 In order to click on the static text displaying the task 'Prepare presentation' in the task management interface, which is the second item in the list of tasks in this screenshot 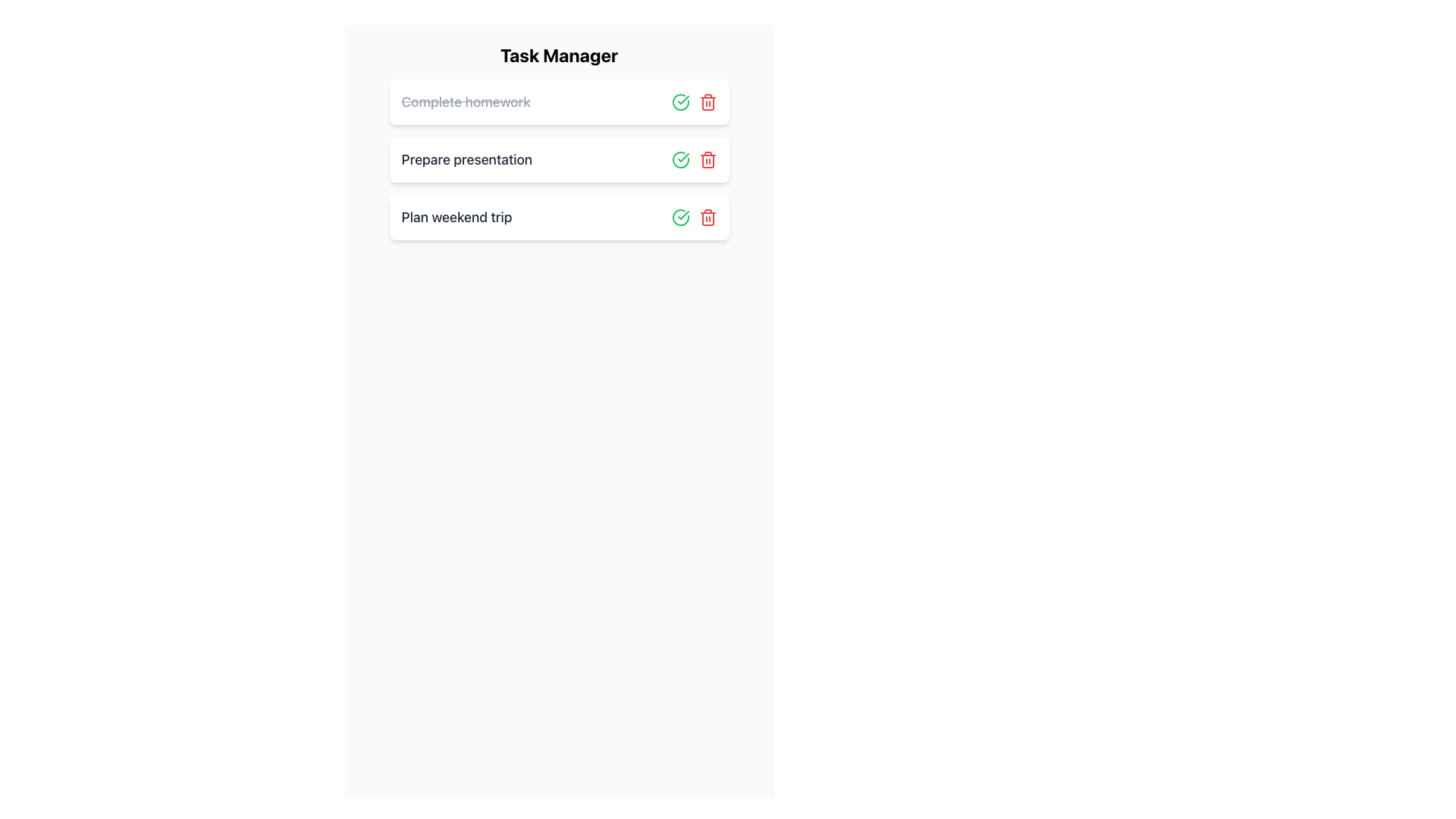, I will do `click(466, 159)`.